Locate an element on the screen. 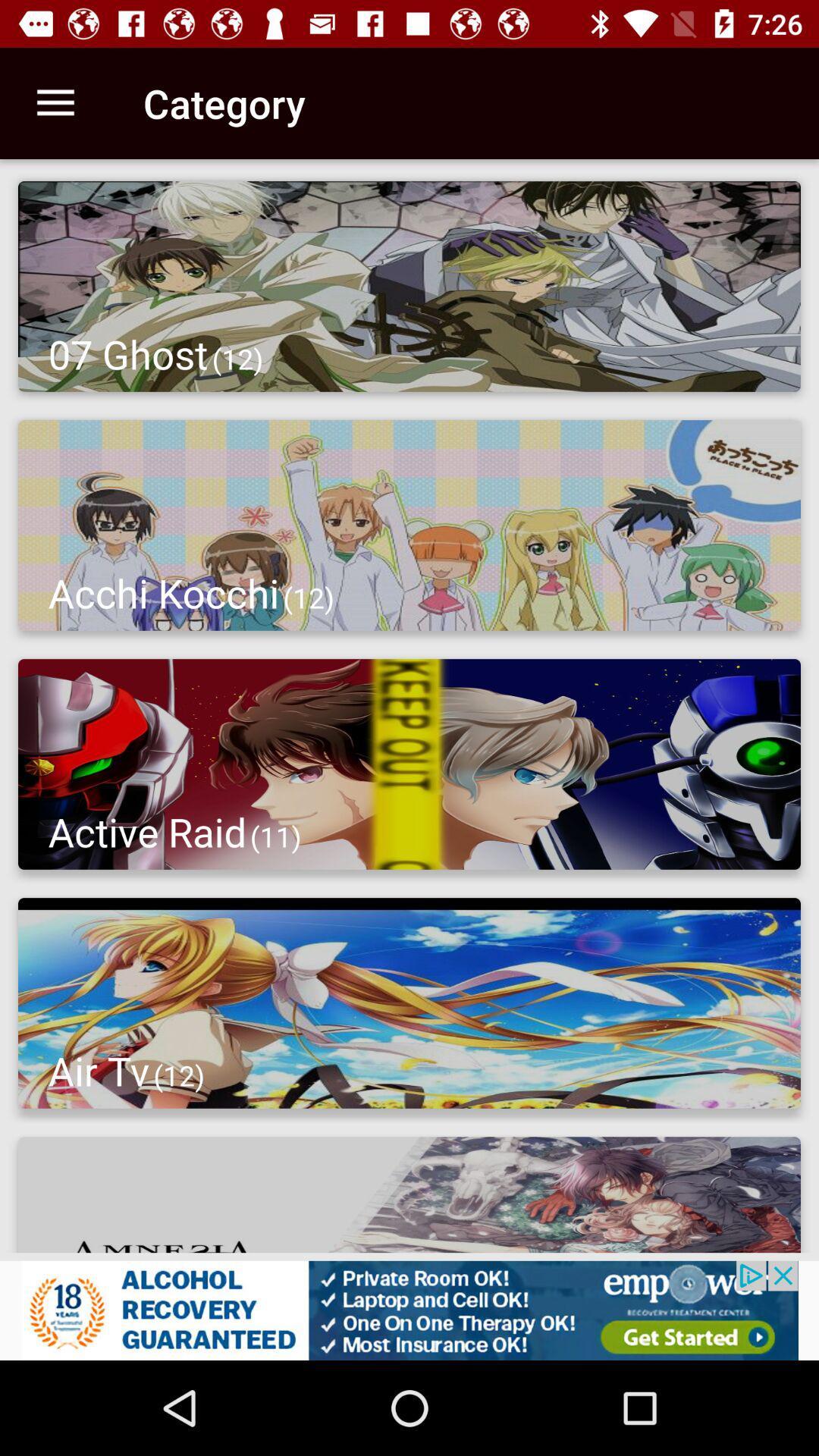 The image size is (819, 1456). advertisement area is located at coordinates (409, 1310).